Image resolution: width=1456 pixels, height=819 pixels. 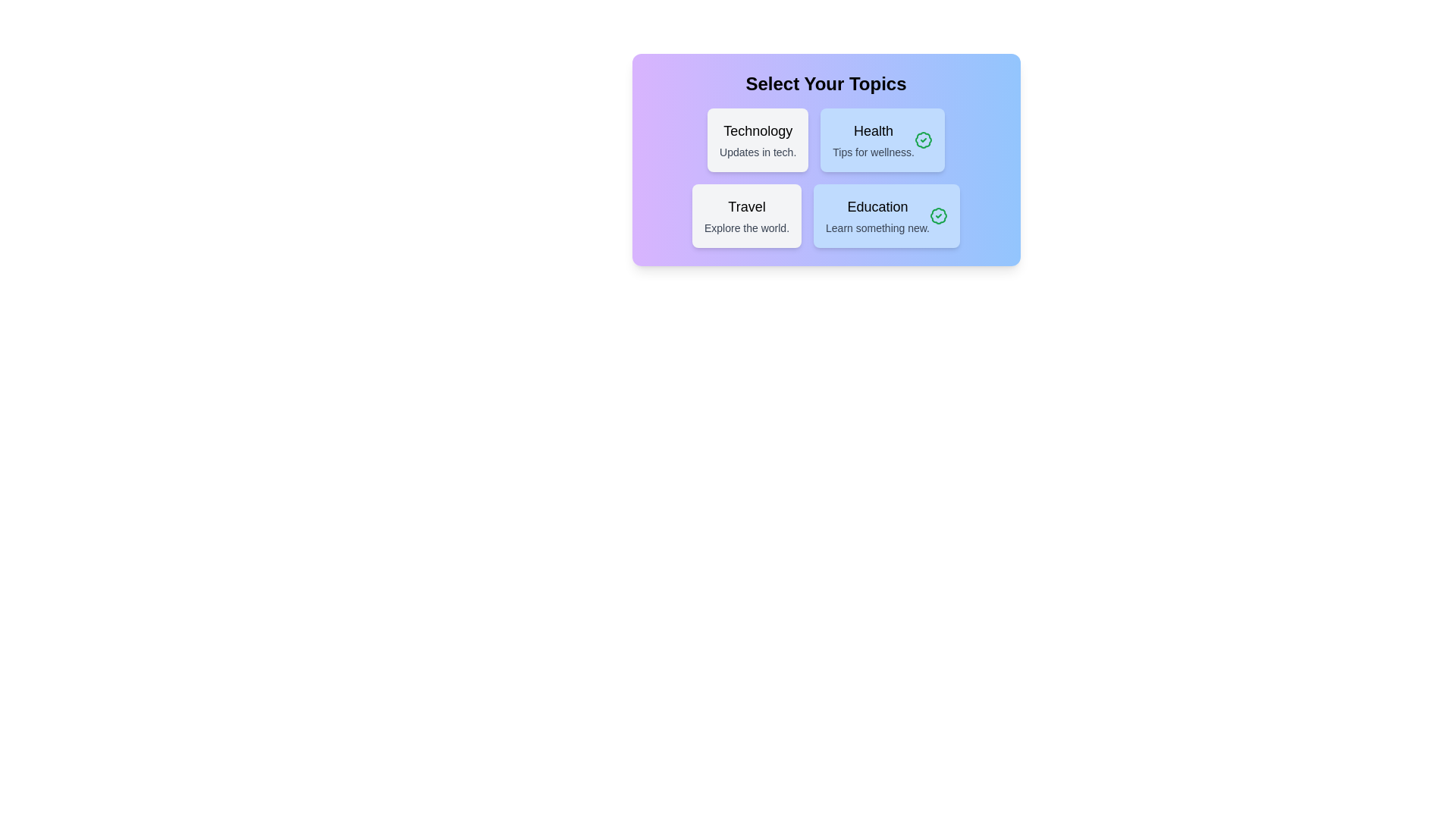 What do you see at coordinates (883, 140) in the screenshot?
I see `the description of the chip labeled Health` at bounding box center [883, 140].